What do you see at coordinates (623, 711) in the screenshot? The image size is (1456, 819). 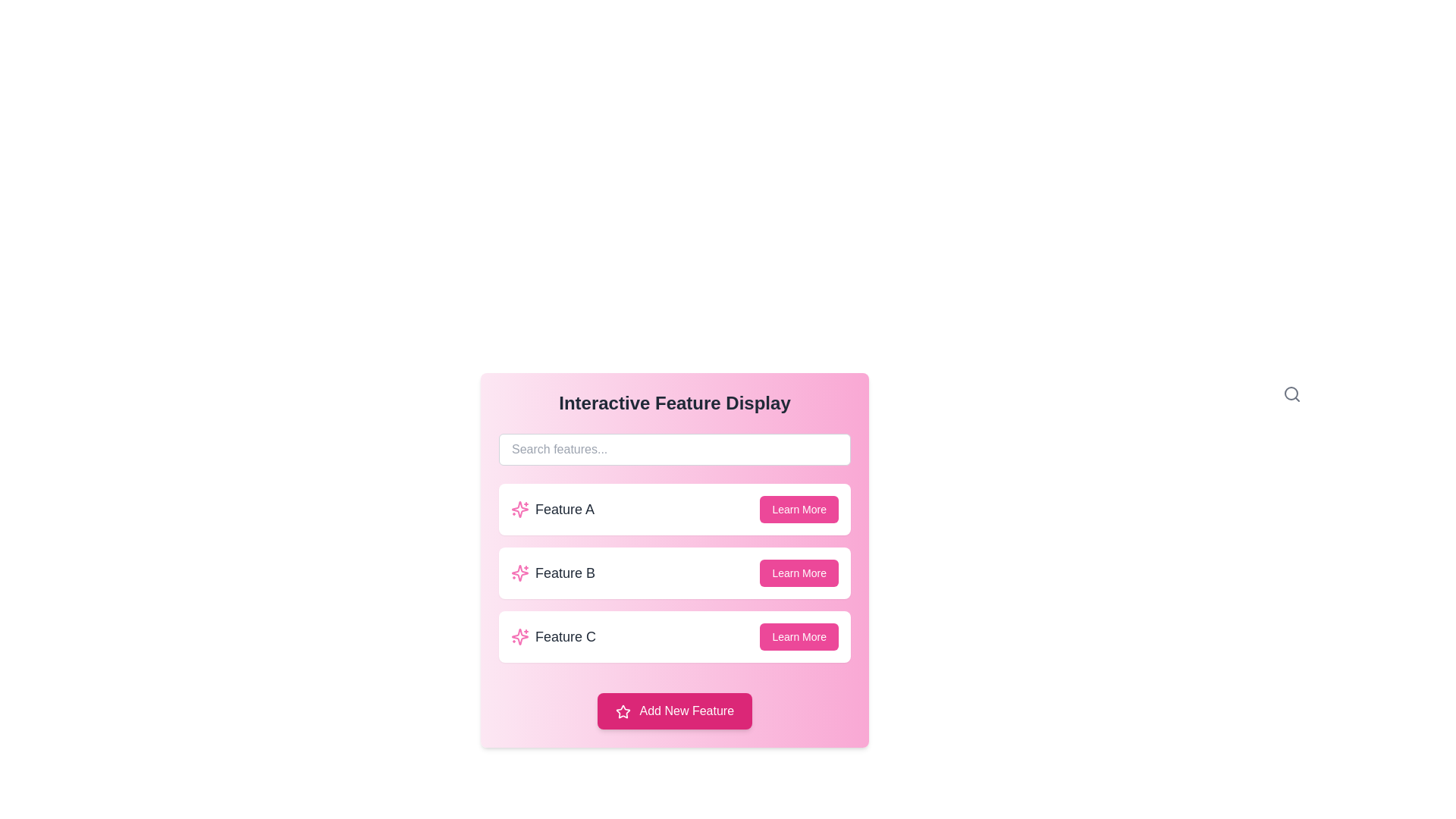 I see `the star icon located within the pink button at the bottom of the feature display section` at bounding box center [623, 711].